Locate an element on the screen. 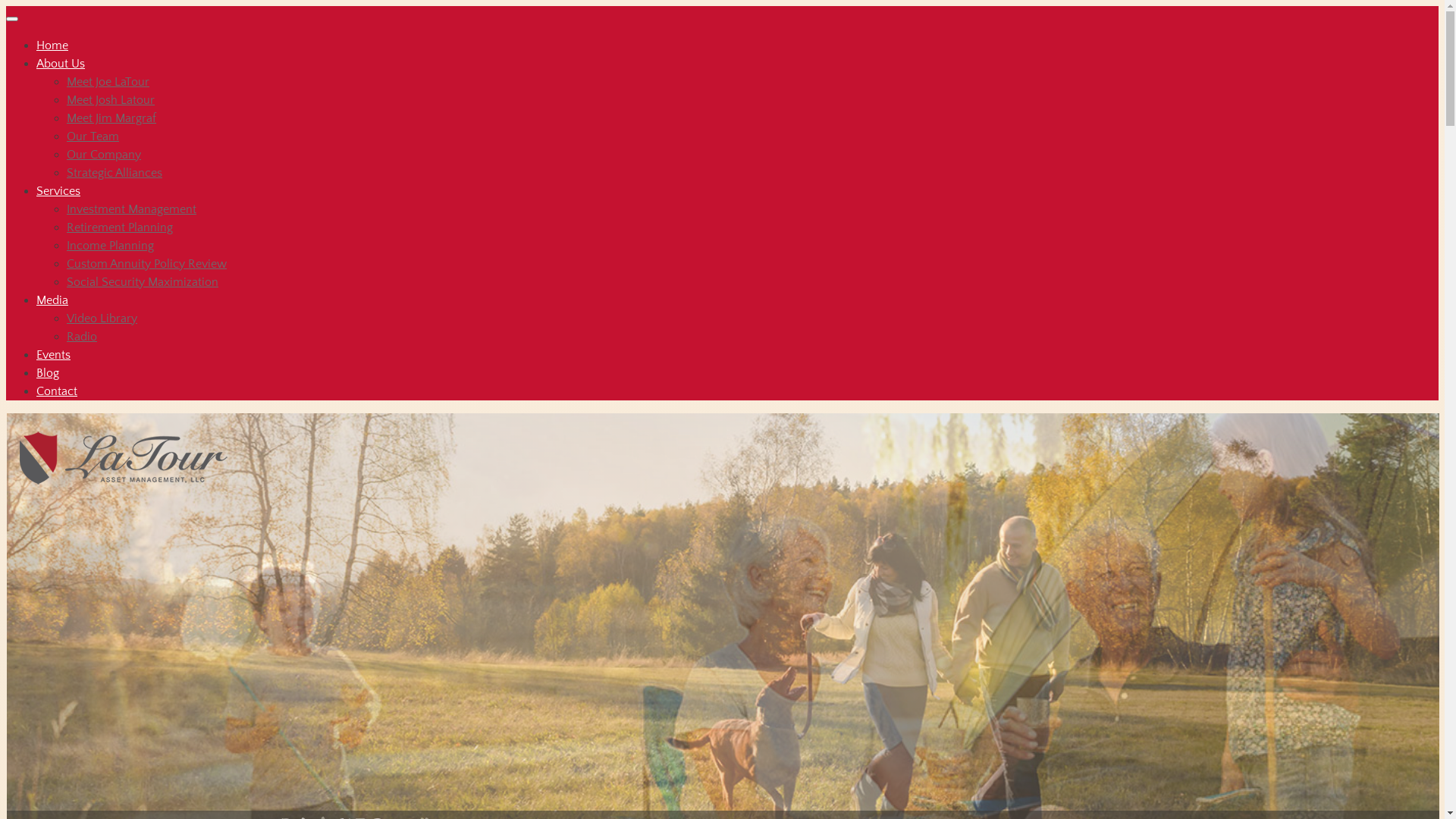  'Services' is located at coordinates (58, 190).